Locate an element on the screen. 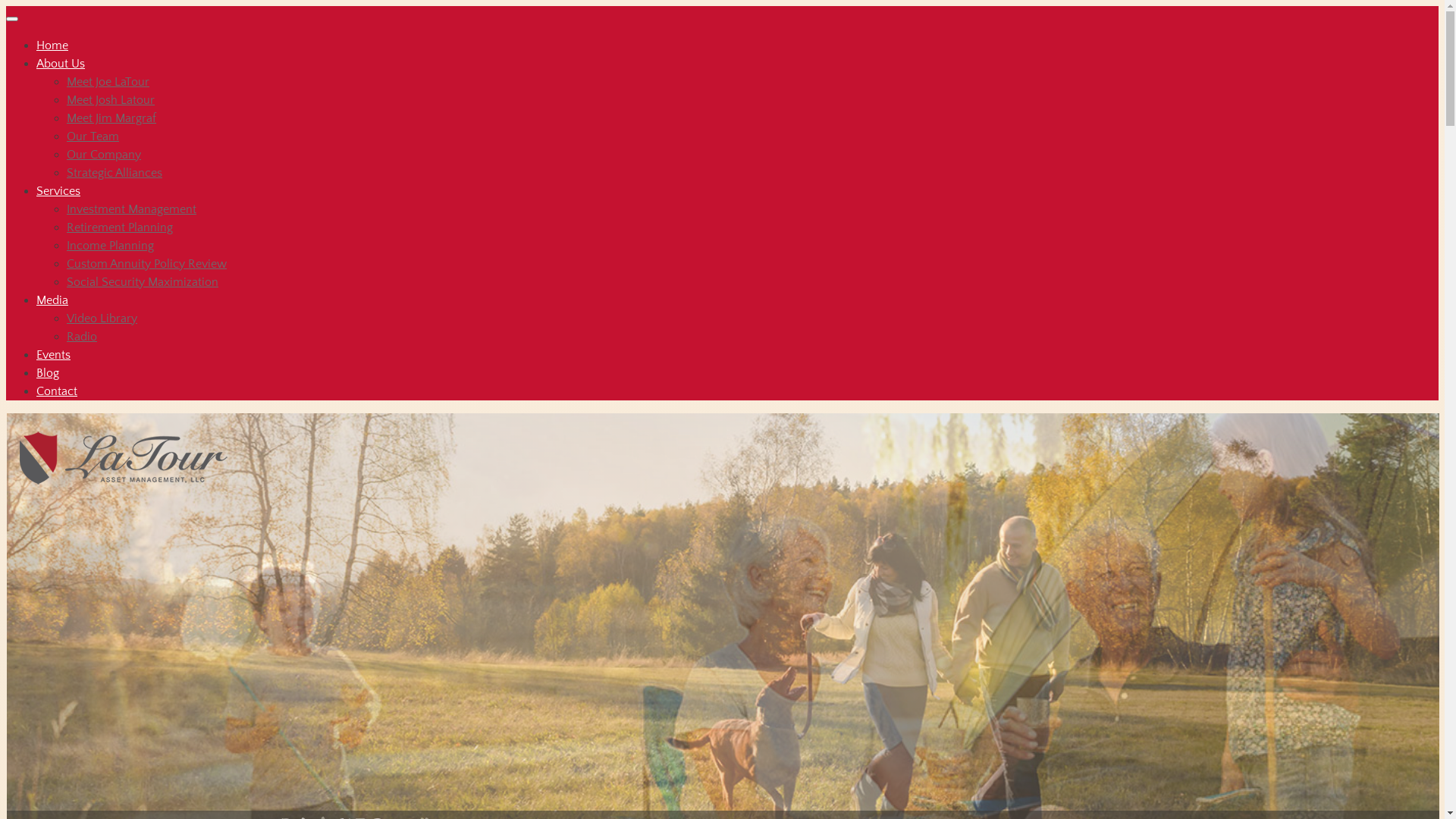  'Services' is located at coordinates (58, 190).